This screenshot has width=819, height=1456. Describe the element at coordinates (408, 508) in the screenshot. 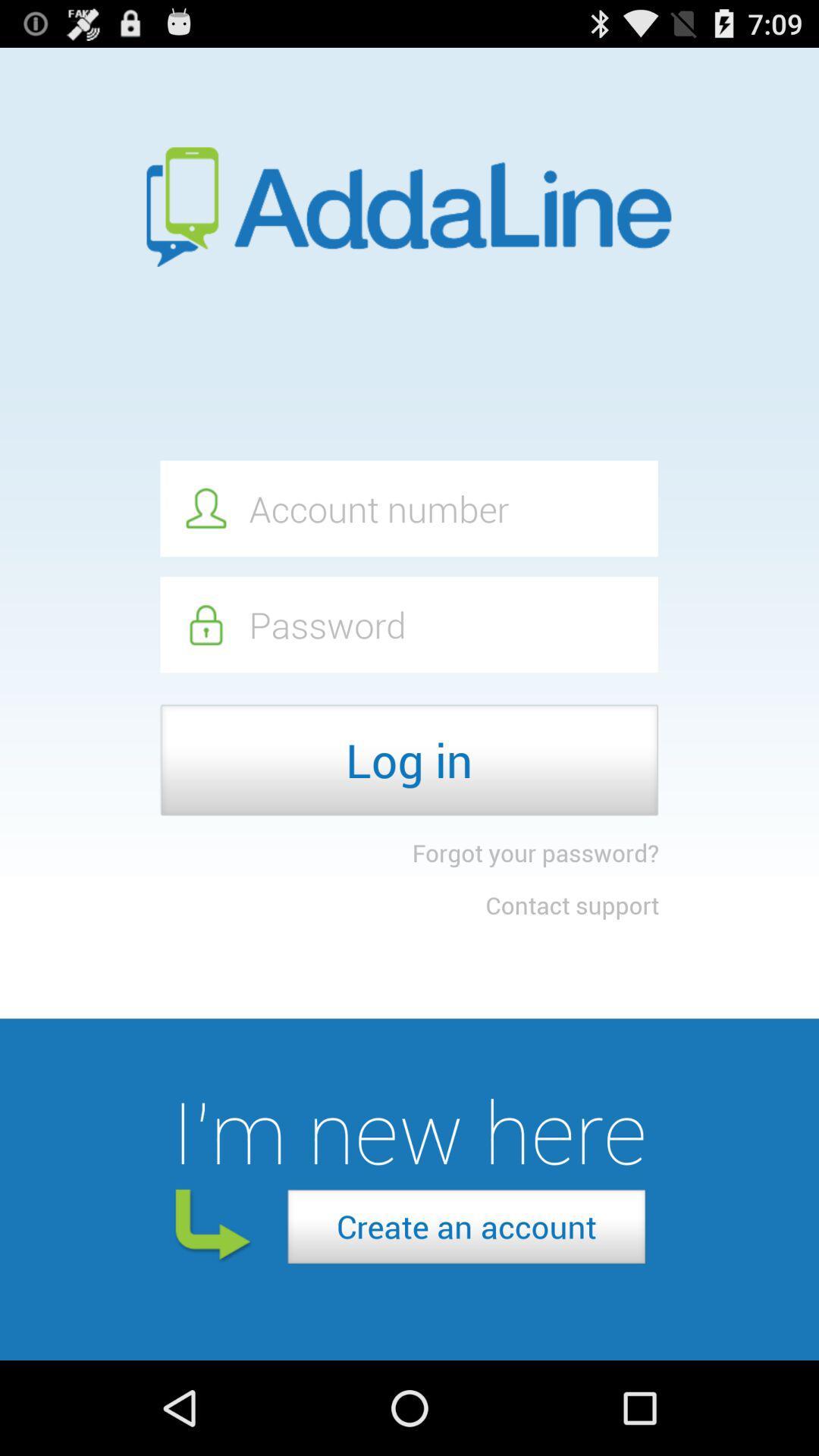

I see `account number text box` at that location.